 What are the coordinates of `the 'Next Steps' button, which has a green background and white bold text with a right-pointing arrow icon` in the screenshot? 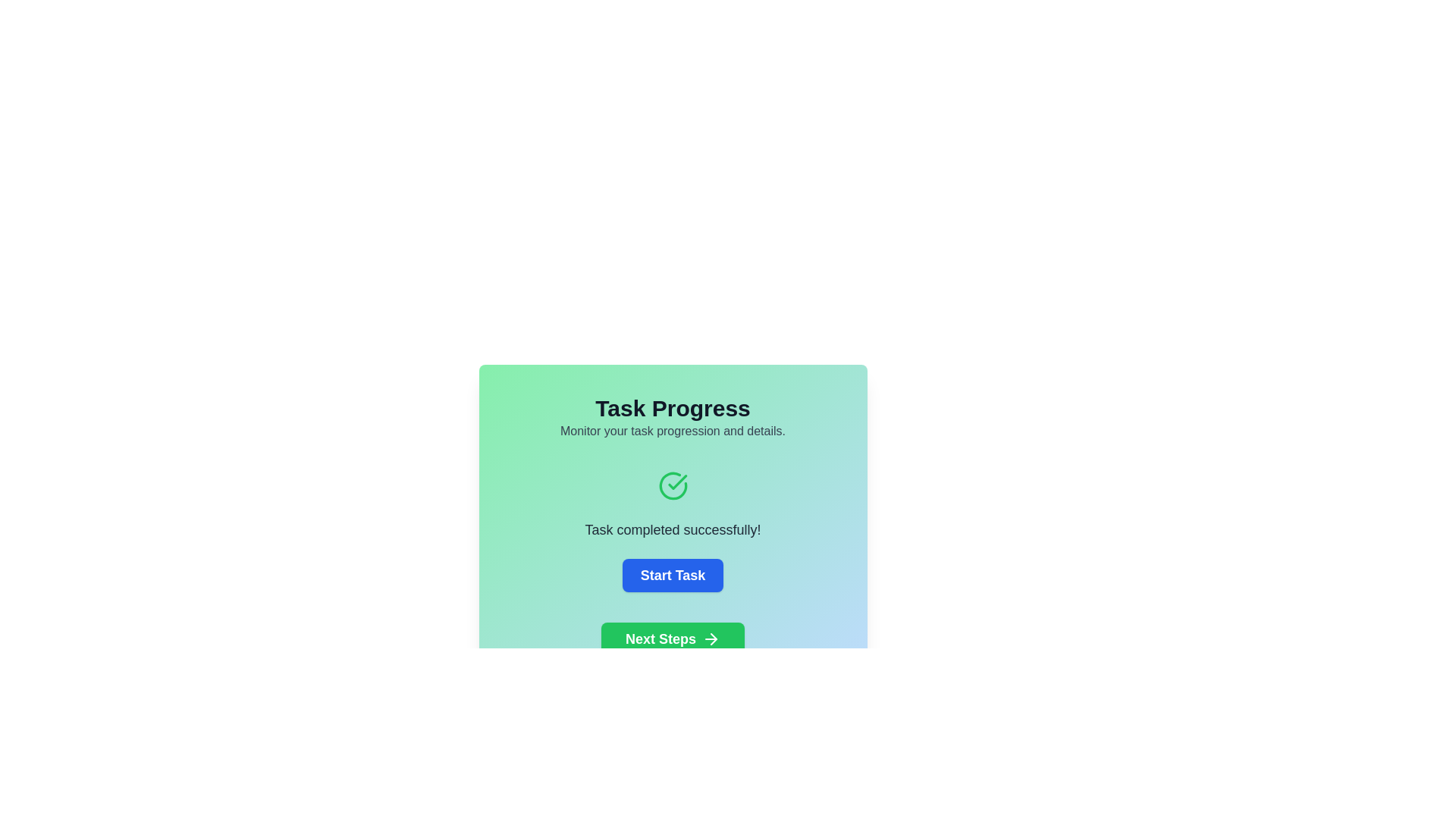 It's located at (672, 639).